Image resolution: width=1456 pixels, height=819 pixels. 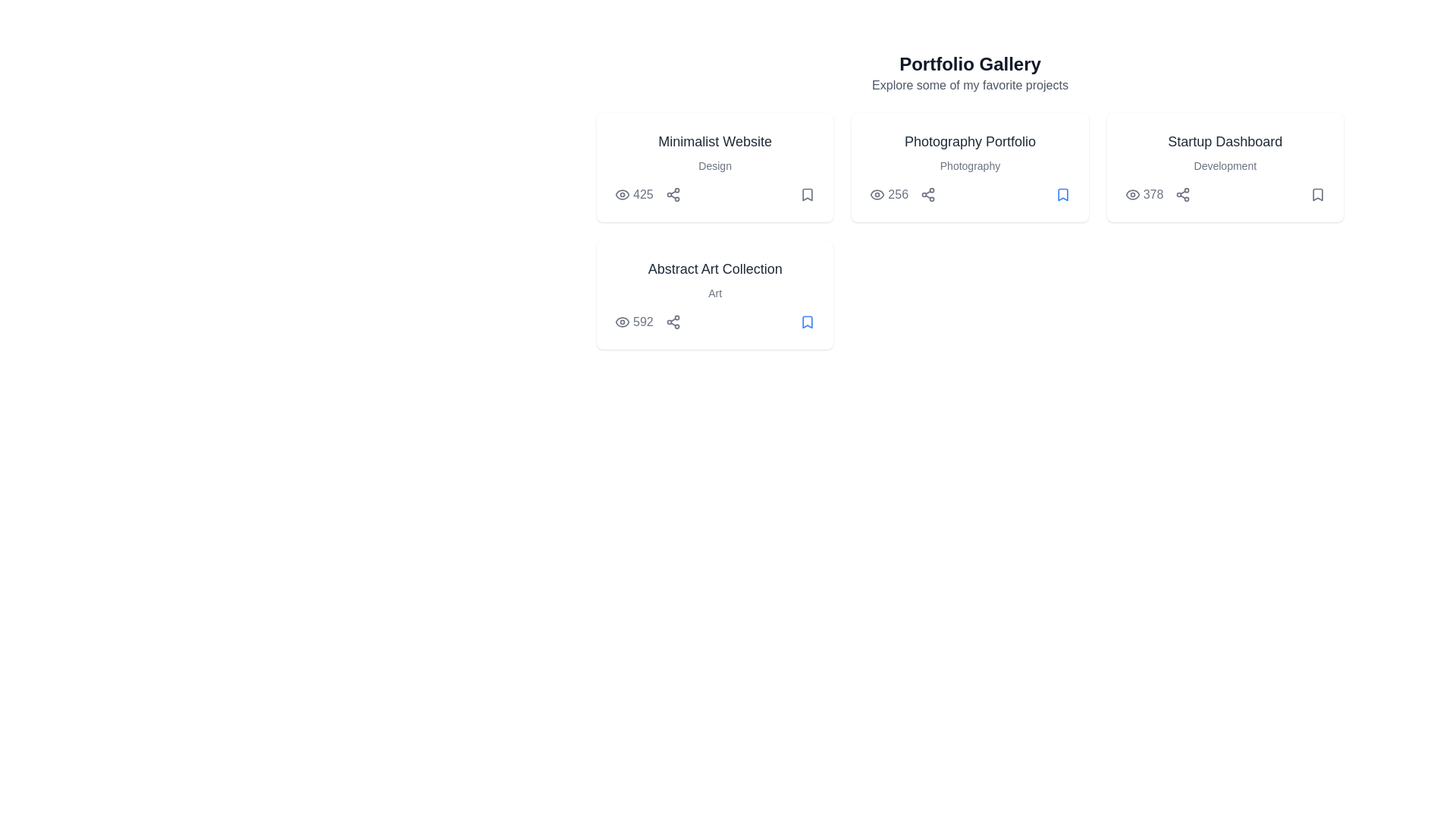 What do you see at coordinates (1225, 141) in the screenshot?
I see `text label that serves as the title for the card, which is part of the Startup Dashboard interface, positioned at the top of the card` at bounding box center [1225, 141].